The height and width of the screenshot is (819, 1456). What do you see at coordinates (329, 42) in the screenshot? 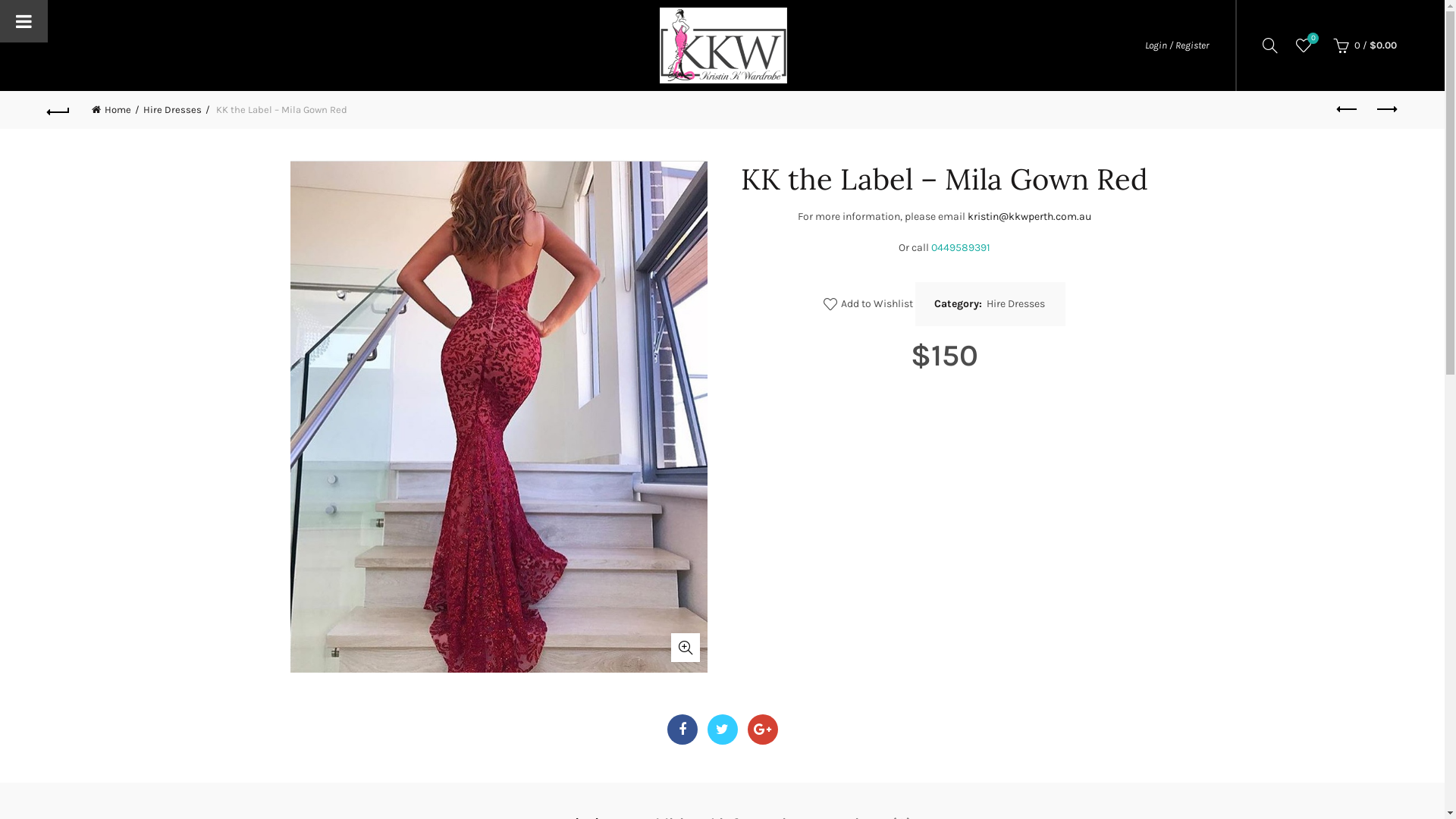
I see `'navigation menu here'` at bounding box center [329, 42].